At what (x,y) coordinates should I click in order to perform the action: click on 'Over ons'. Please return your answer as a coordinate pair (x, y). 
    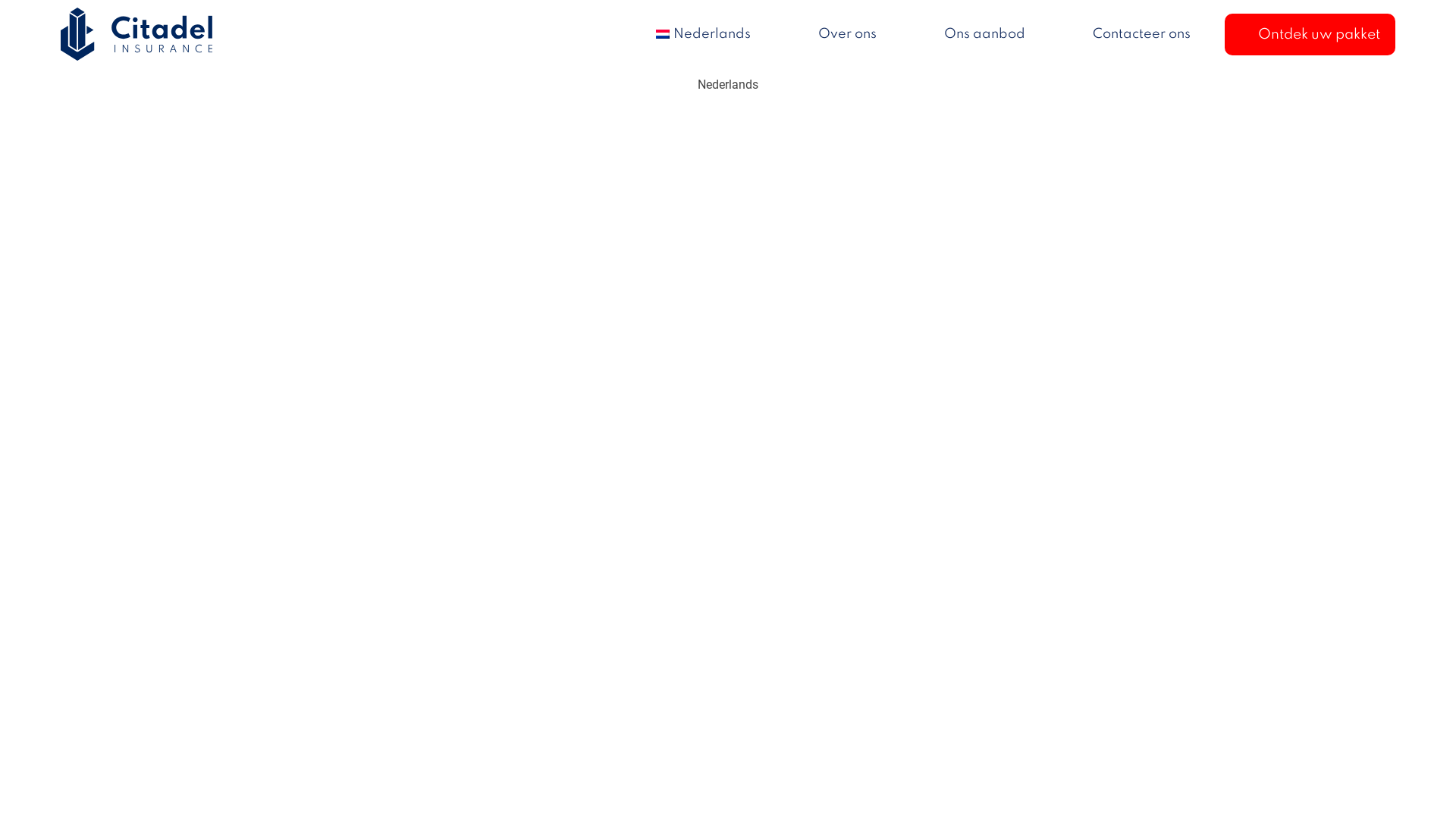
    Looking at the image, I should click on (846, 34).